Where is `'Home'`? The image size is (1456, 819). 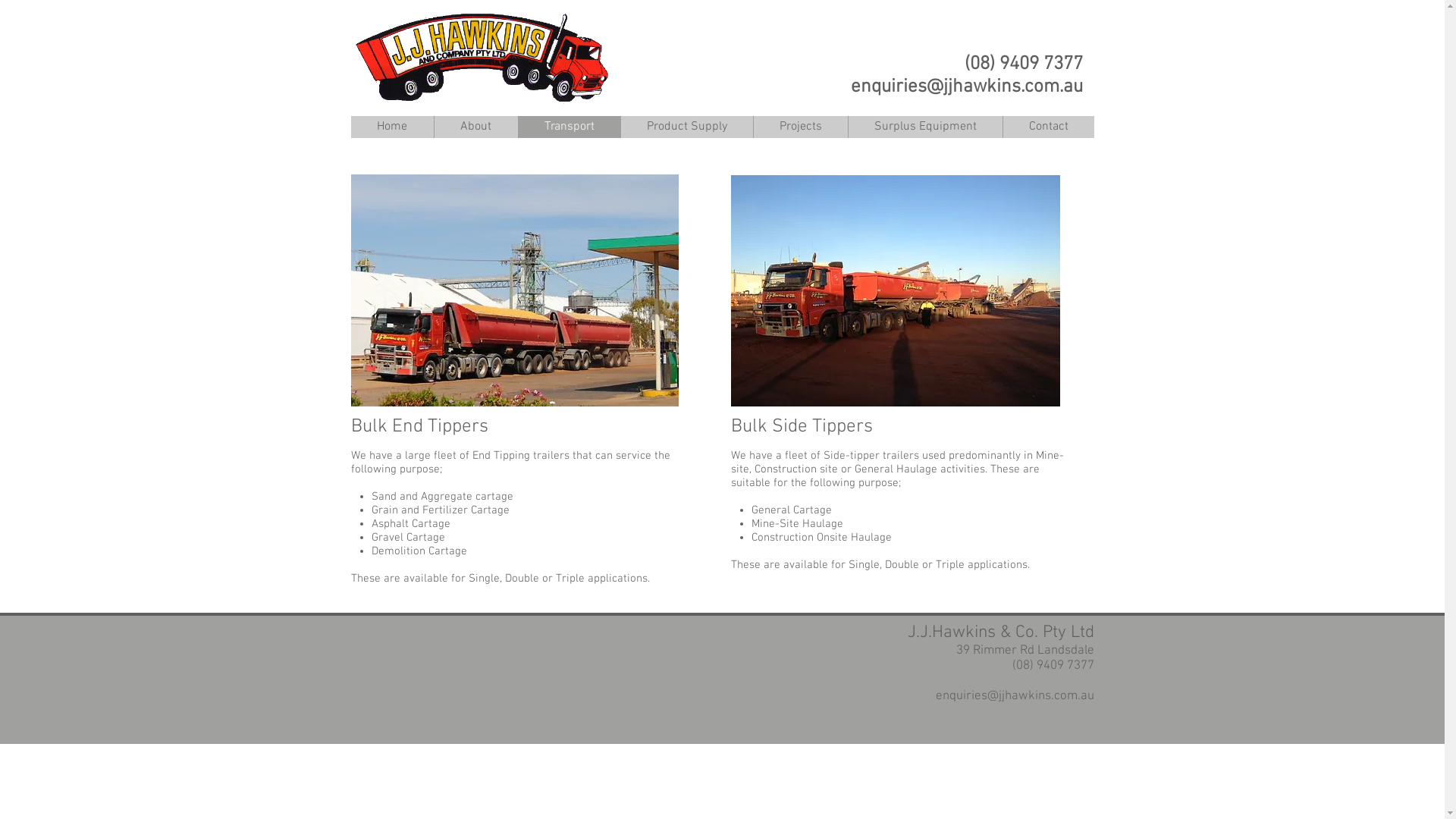
'Home' is located at coordinates (349, 126).